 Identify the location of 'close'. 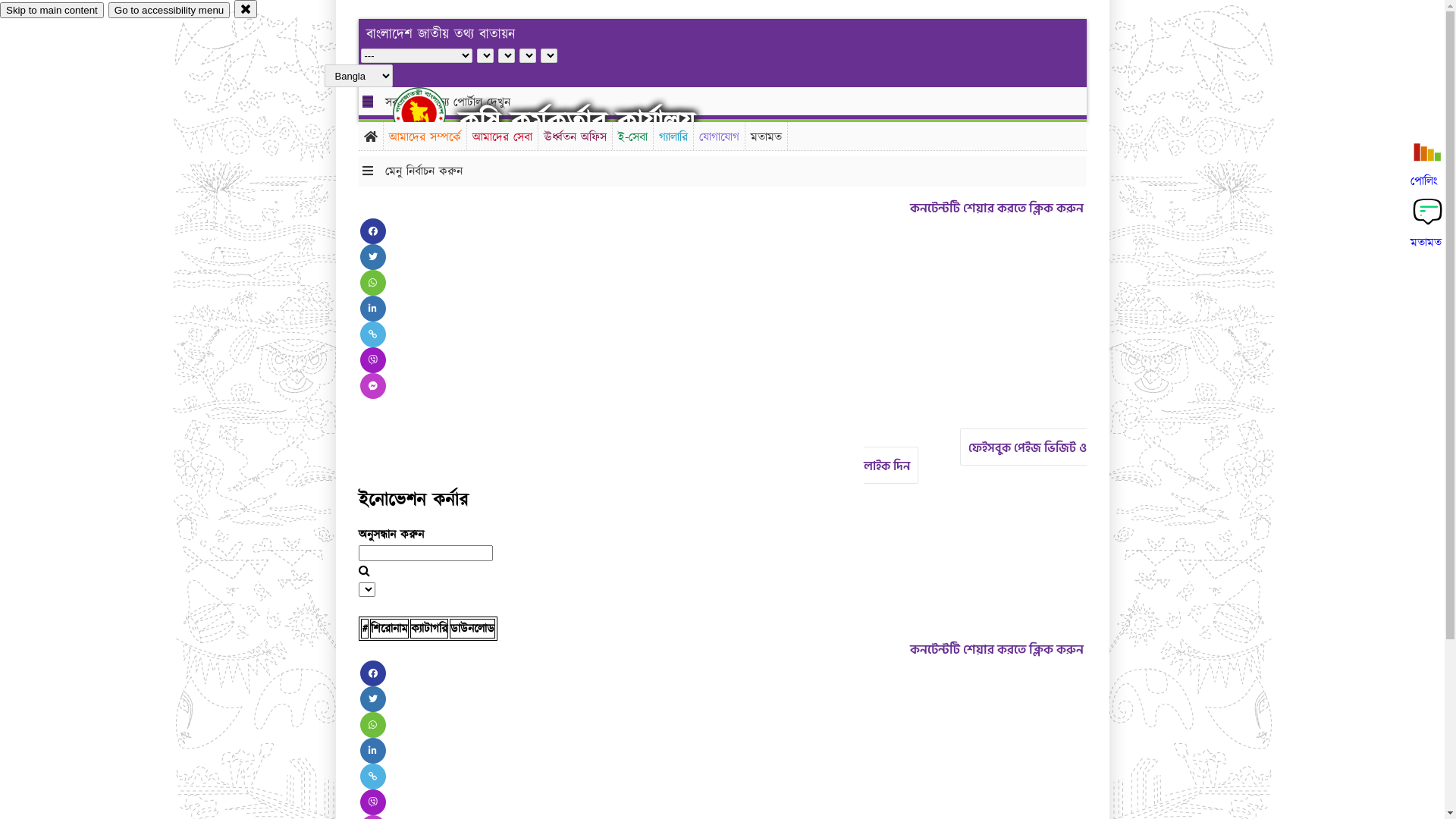
(233, 8).